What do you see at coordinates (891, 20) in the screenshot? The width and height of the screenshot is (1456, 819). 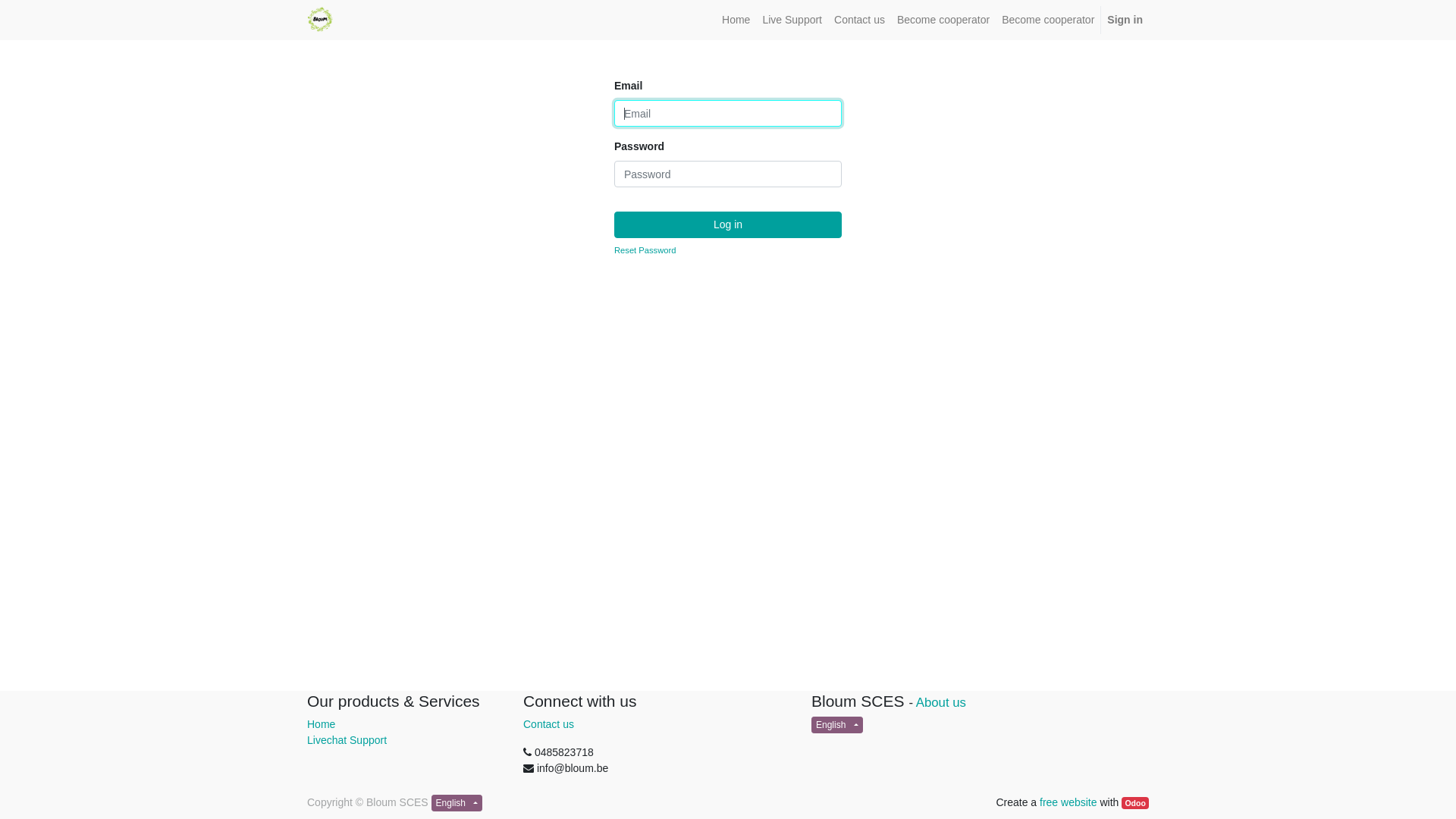 I see `'Become cooperator'` at bounding box center [891, 20].